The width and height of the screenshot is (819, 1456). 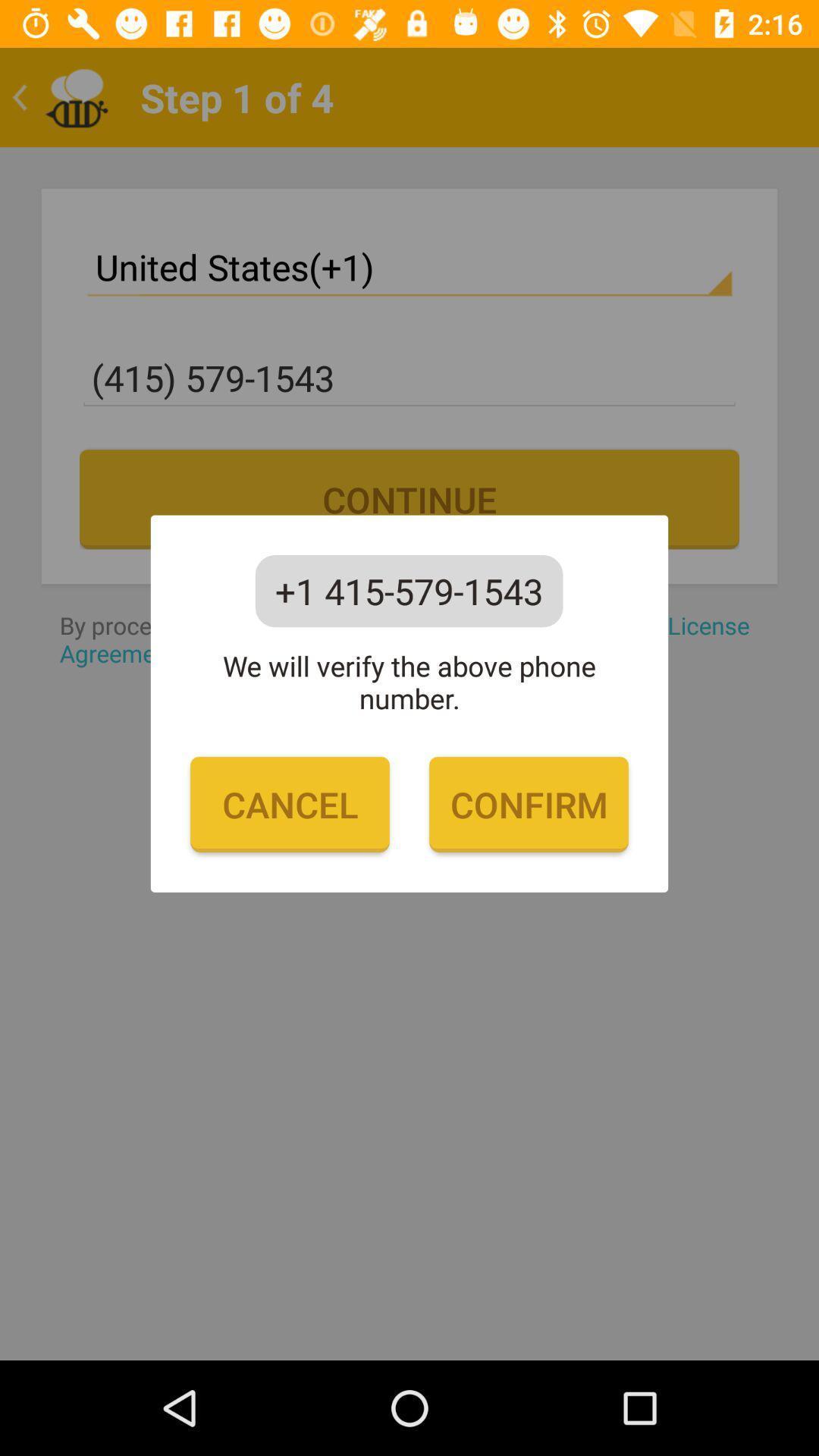 What do you see at coordinates (528, 804) in the screenshot?
I see `the item below the we will verify icon` at bounding box center [528, 804].